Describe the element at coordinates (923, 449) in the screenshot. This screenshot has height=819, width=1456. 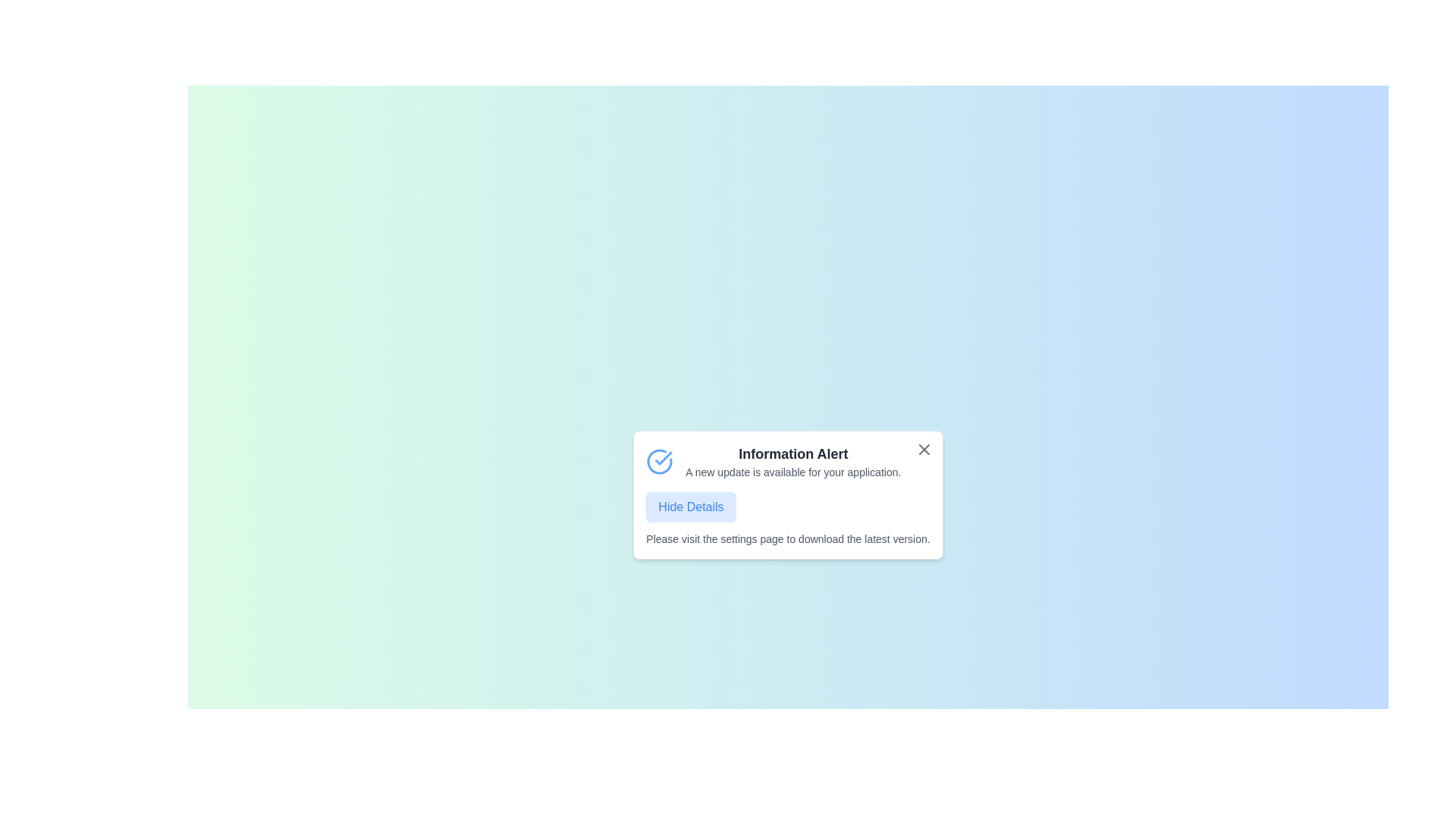
I see `close button on the notification panel` at that location.